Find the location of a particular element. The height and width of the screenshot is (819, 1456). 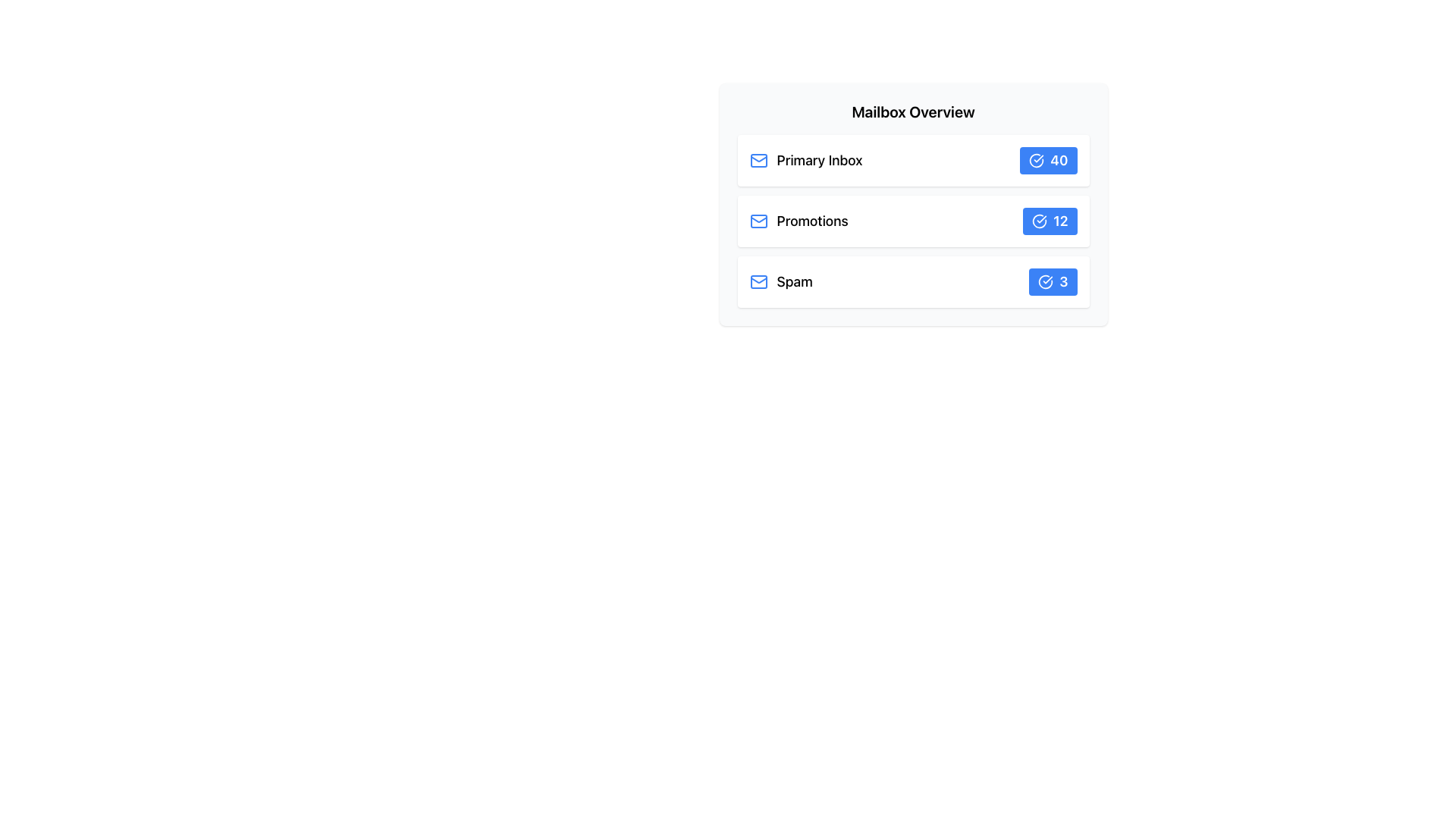

'Spam' label text adjacent to the blue envelope icon in the 'Mailbox Overview' section, which is the third entry in the vertical list is located at coordinates (781, 281).